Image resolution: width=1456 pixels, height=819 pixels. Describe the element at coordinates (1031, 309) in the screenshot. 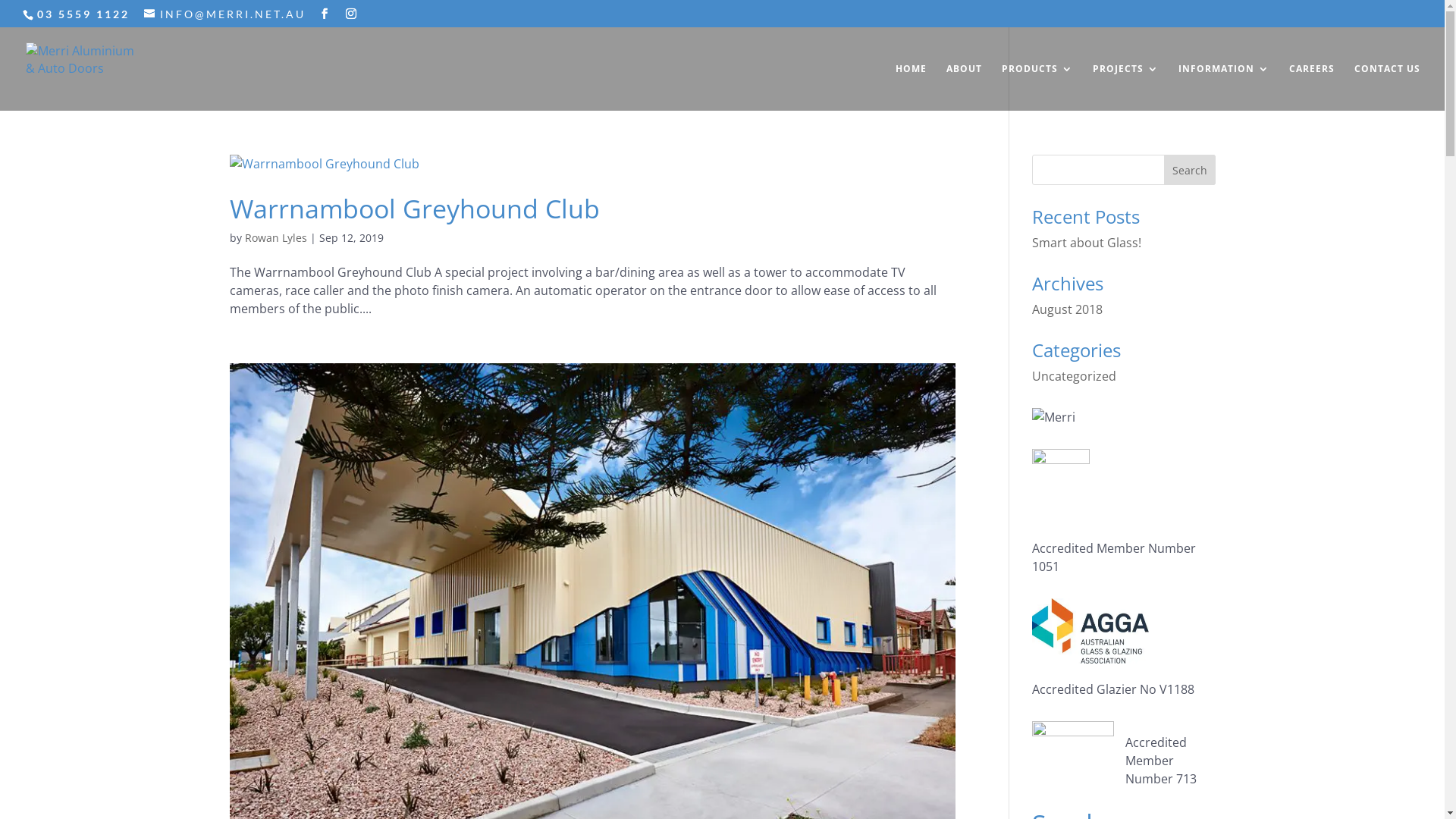

I see `'August 2018'` at that location.